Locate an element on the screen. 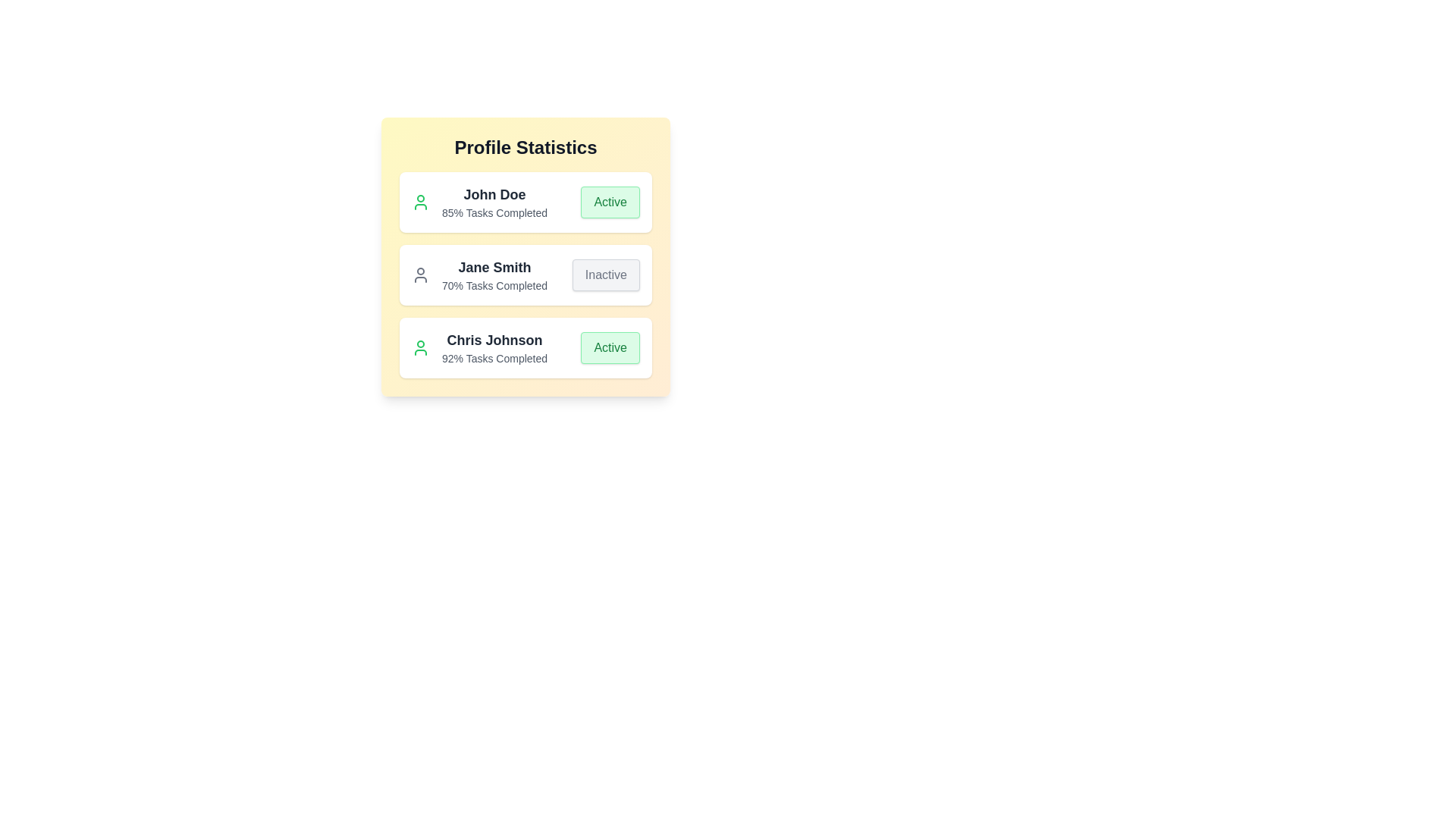  the user icon for Chris Johnson to explore additional interactions is located at coordinates (421, 348).